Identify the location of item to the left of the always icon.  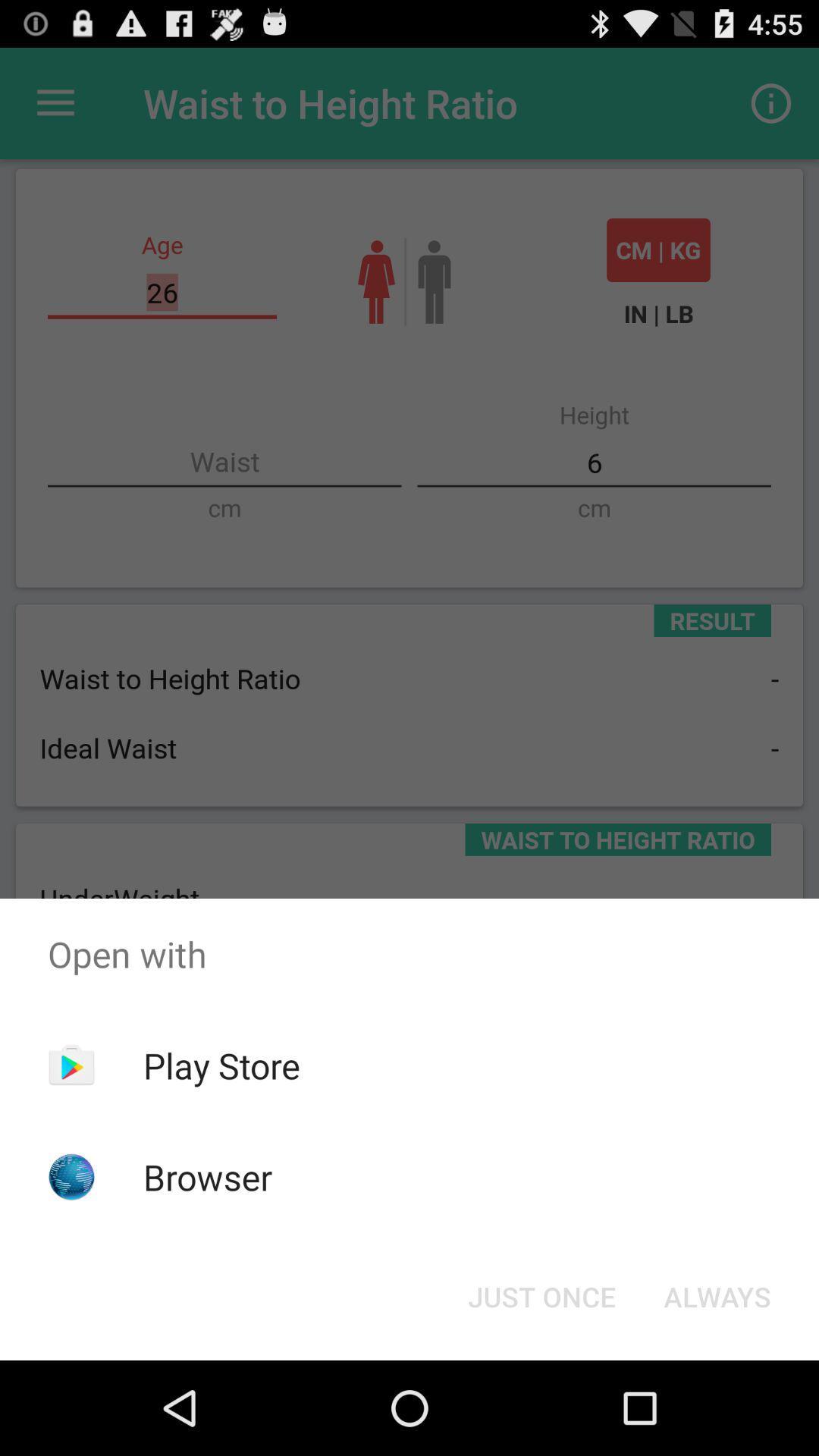
(541, 1295).